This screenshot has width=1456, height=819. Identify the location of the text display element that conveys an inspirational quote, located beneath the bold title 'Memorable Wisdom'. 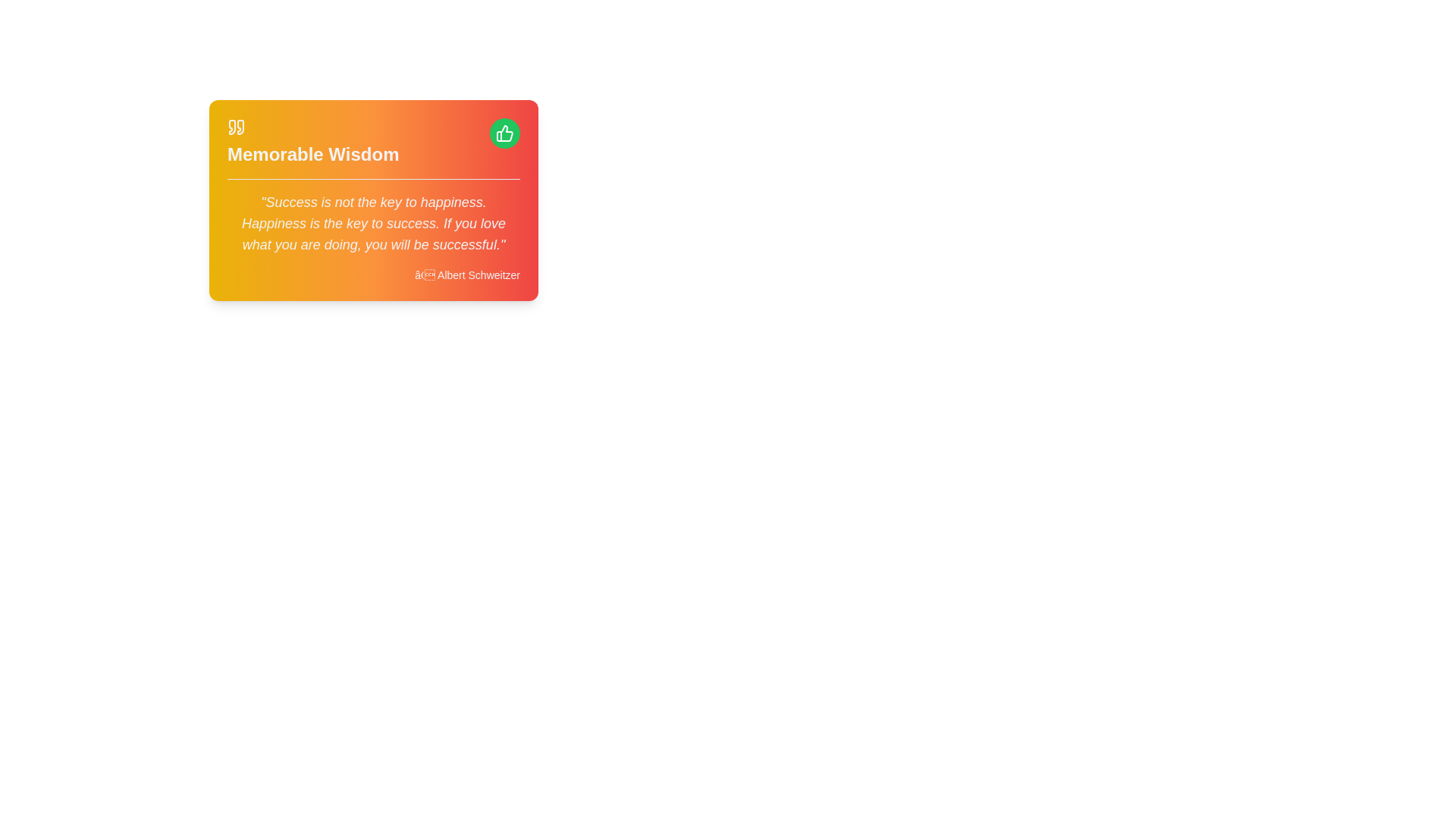
(374, 223).